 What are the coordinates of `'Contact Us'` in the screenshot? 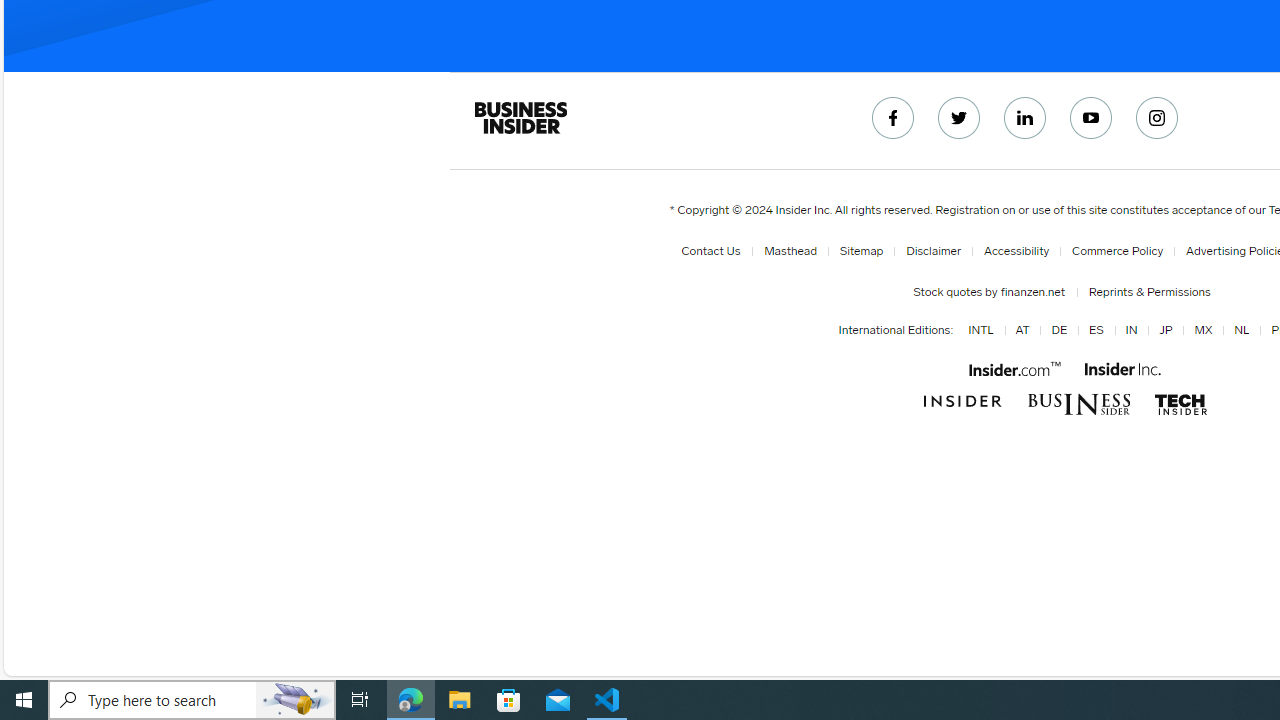 It's located at (714, 250).